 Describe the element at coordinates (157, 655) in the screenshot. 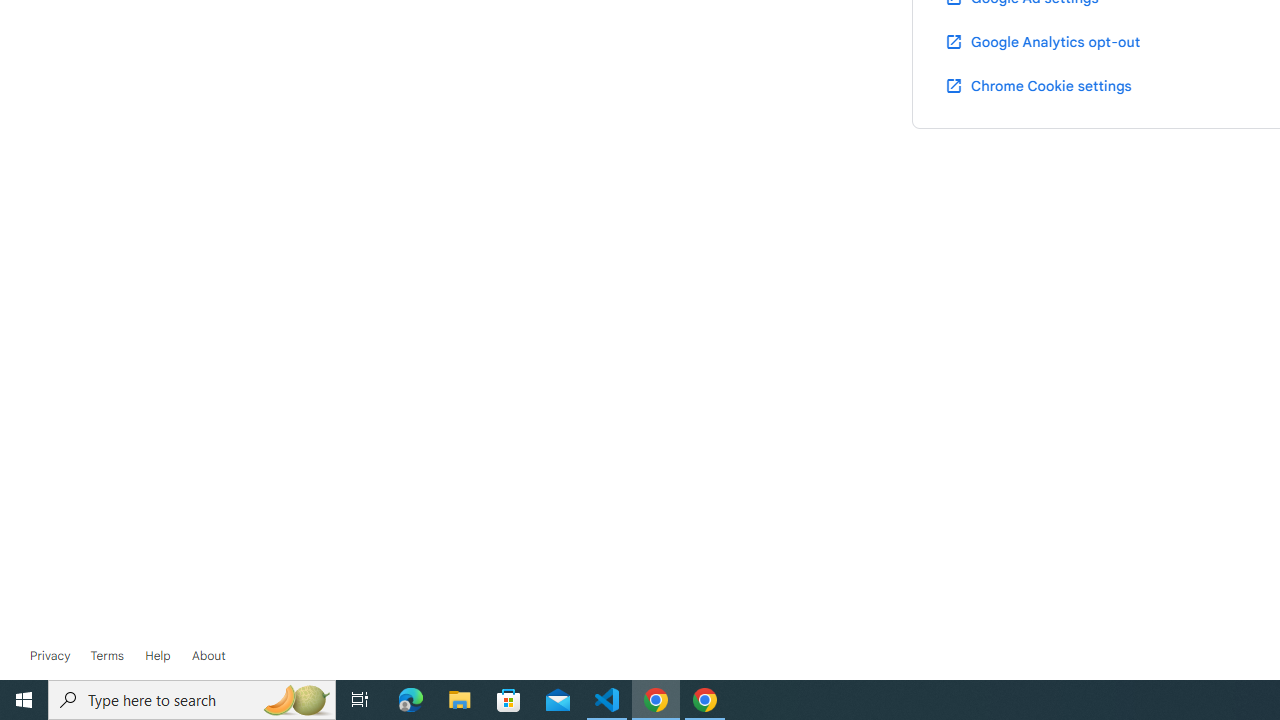

I see `'Help'` at that location.